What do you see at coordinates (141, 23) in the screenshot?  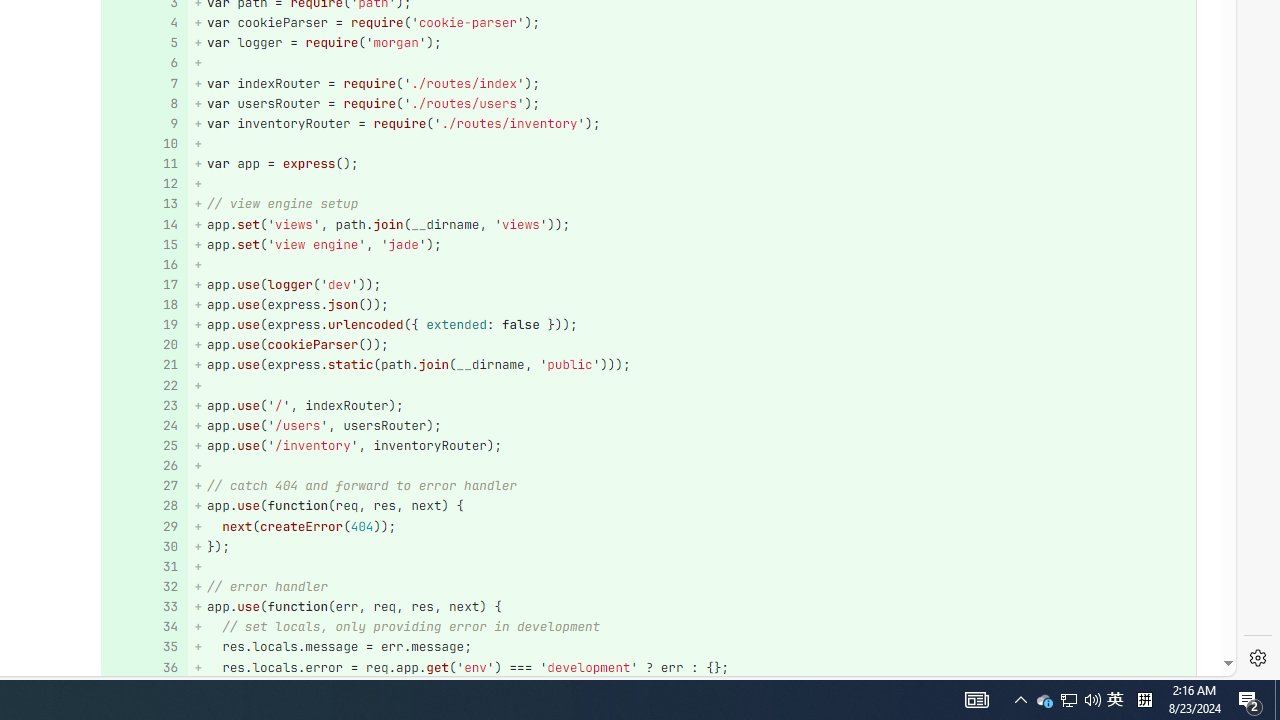 I see `'4'` at bounding box center [141, 23].